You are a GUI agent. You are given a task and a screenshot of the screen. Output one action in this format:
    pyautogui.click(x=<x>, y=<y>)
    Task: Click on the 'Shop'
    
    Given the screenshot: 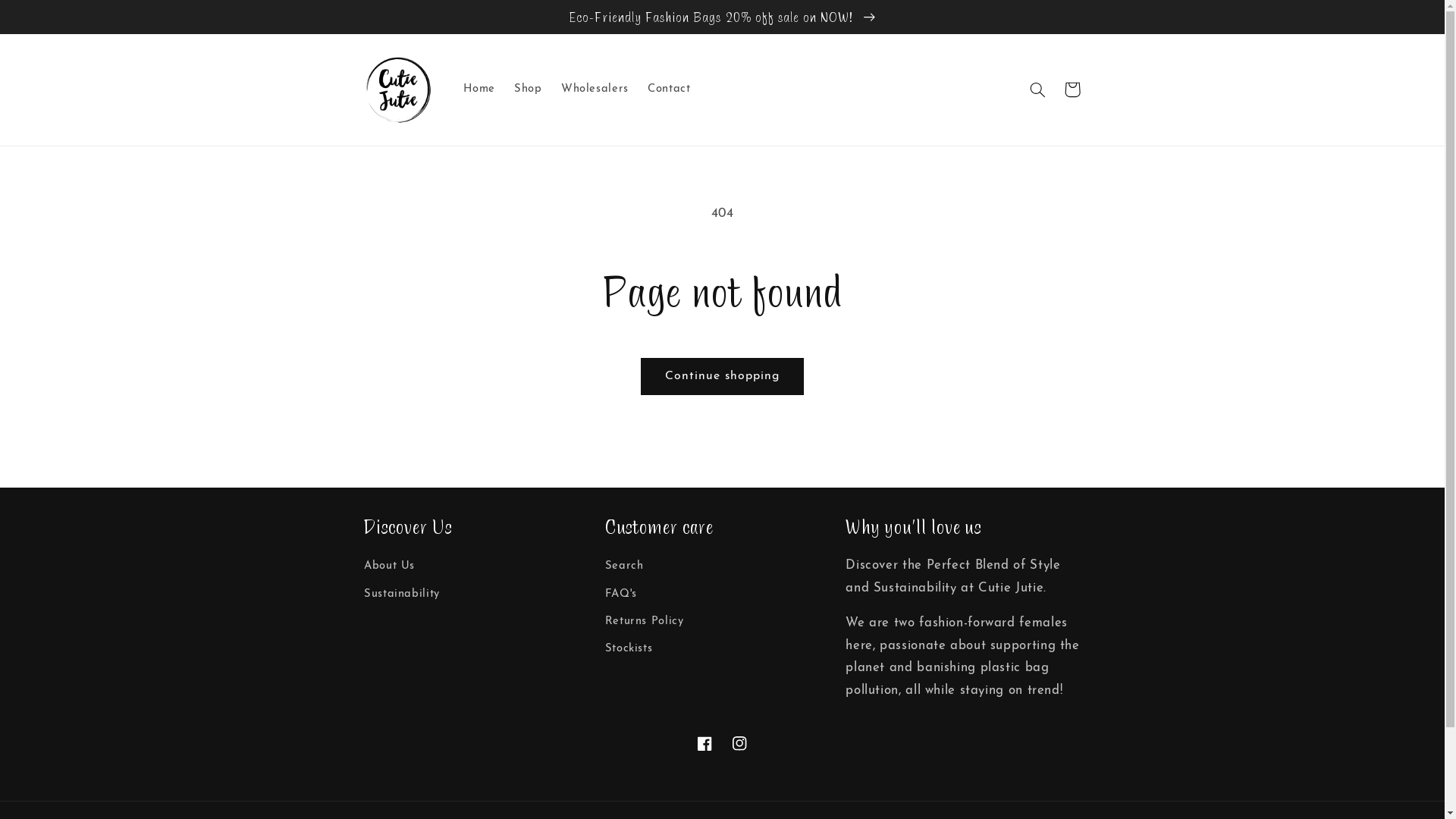 What is the action you would take?
    pyautogui.click(x=528, y=89)
    